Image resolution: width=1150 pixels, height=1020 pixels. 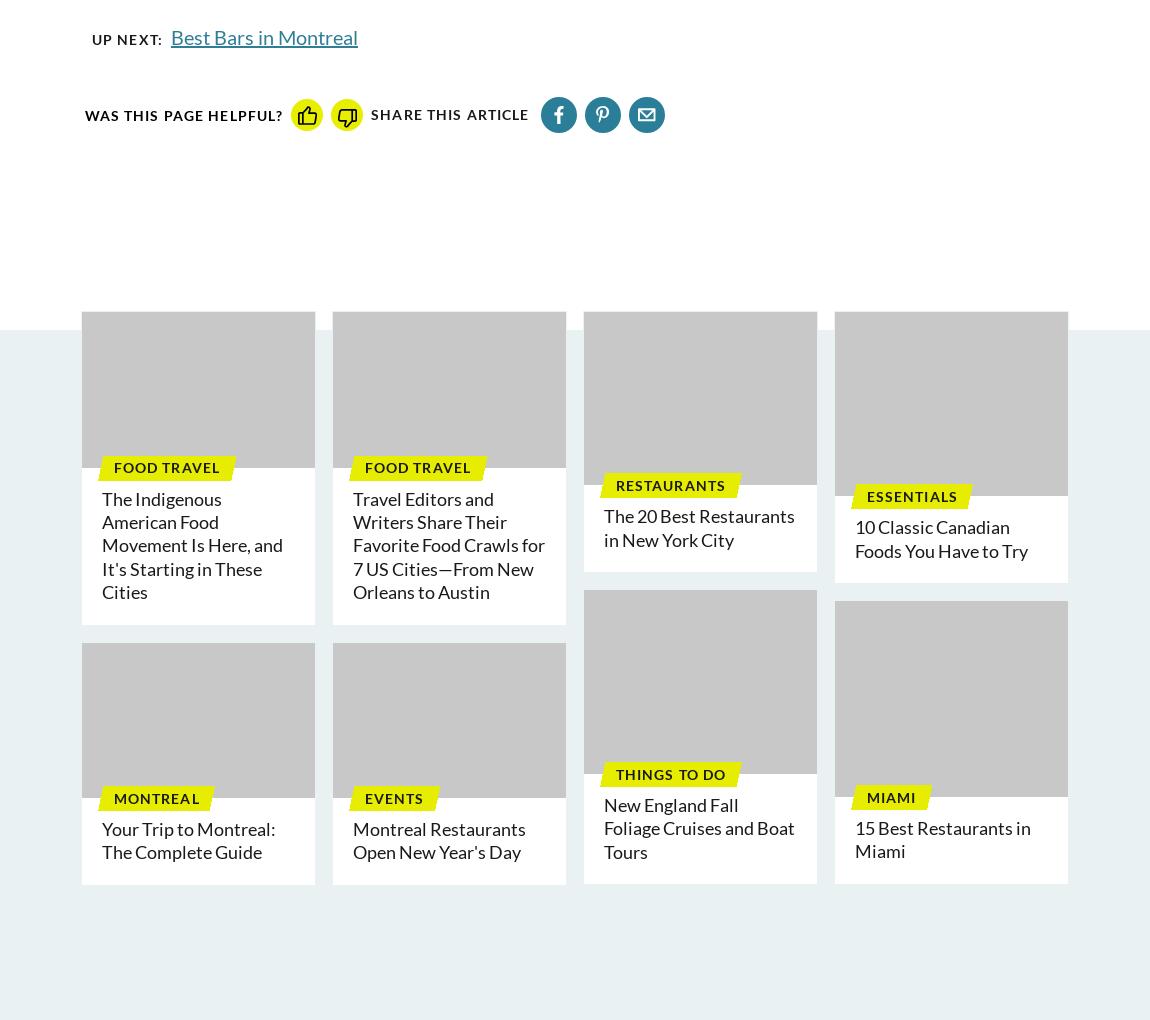 I want to click on 'Was this page helpful?', so click(x=182, y=113).